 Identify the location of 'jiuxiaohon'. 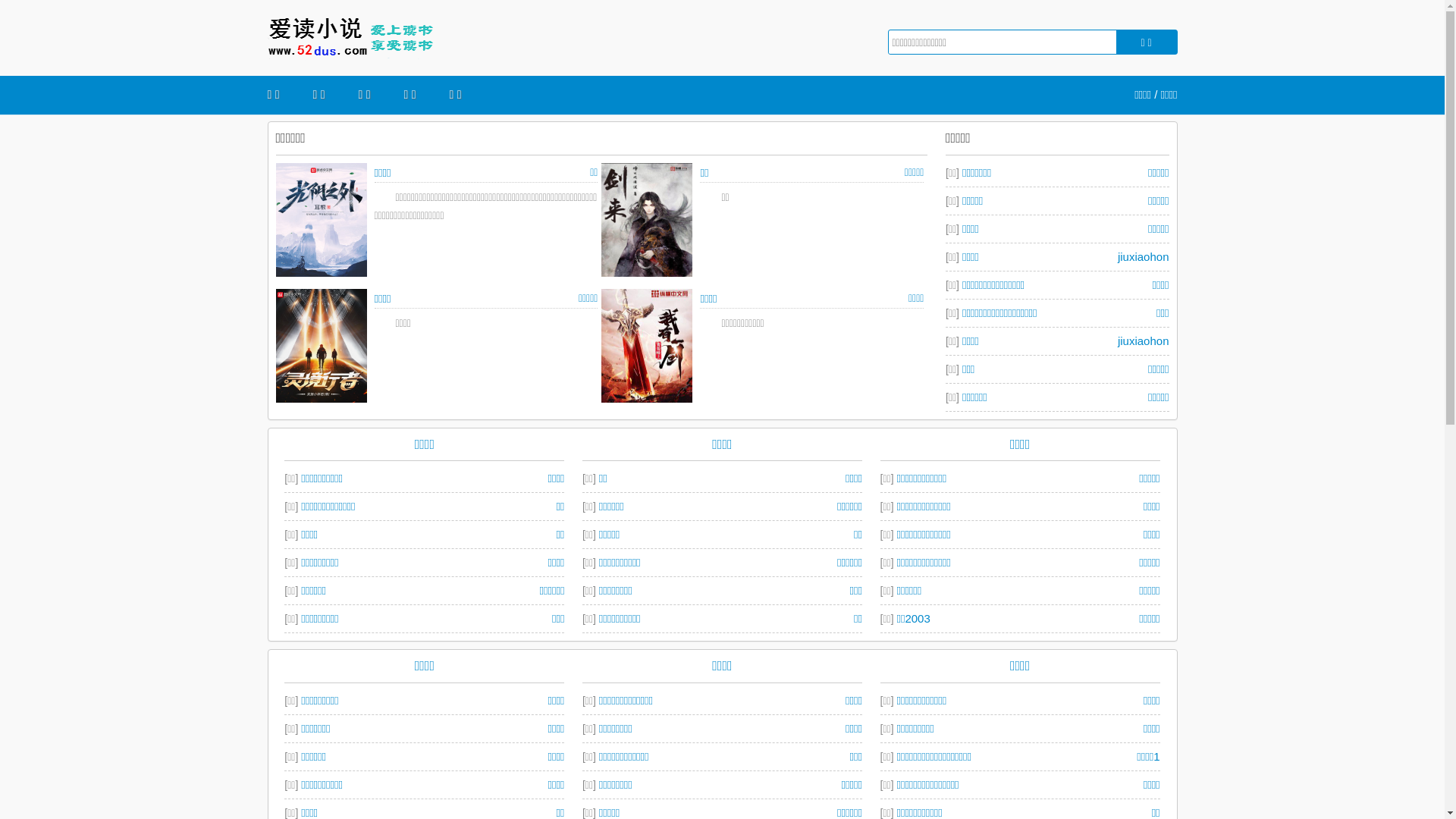
(1143, 339).